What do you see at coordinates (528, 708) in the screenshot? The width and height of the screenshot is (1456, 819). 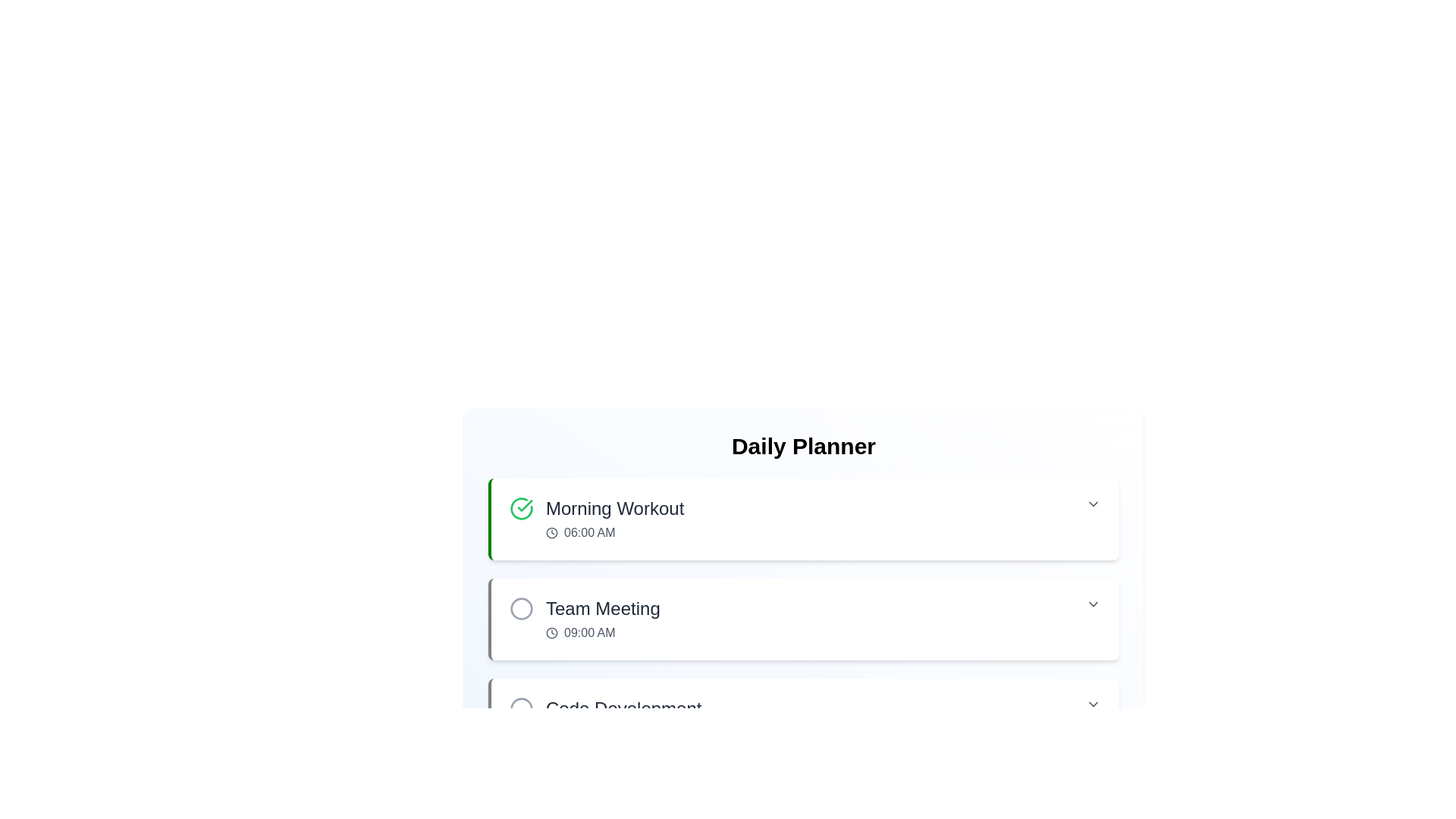 I see `the circular gray outlined icon` at bounding box center [528, 708].